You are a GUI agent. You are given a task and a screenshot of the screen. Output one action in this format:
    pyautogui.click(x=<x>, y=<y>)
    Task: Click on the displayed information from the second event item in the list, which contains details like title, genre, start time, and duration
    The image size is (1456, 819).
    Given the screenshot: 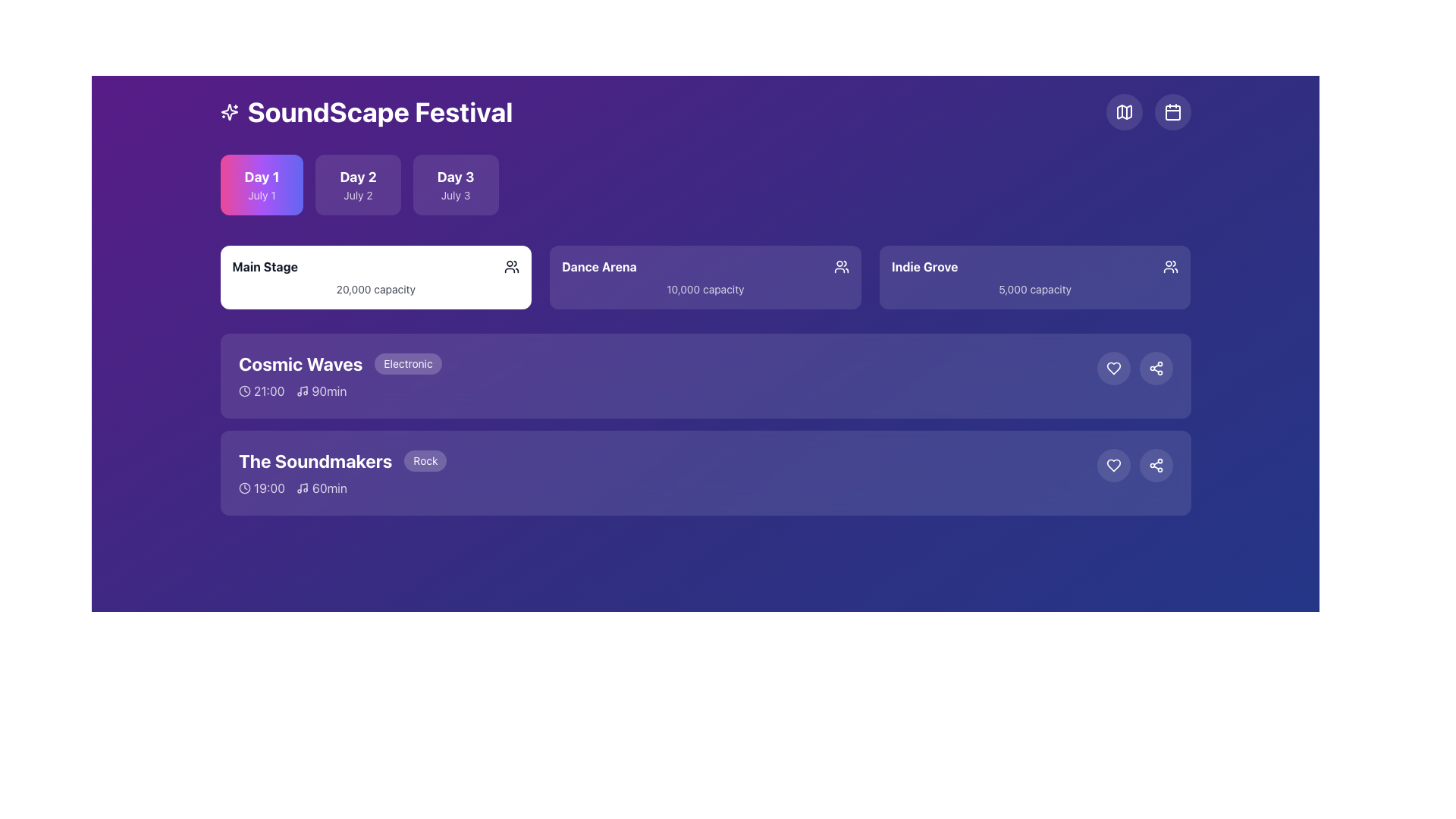 What is the action you would take?
    pyautogui.click(x=667, y=375)
    